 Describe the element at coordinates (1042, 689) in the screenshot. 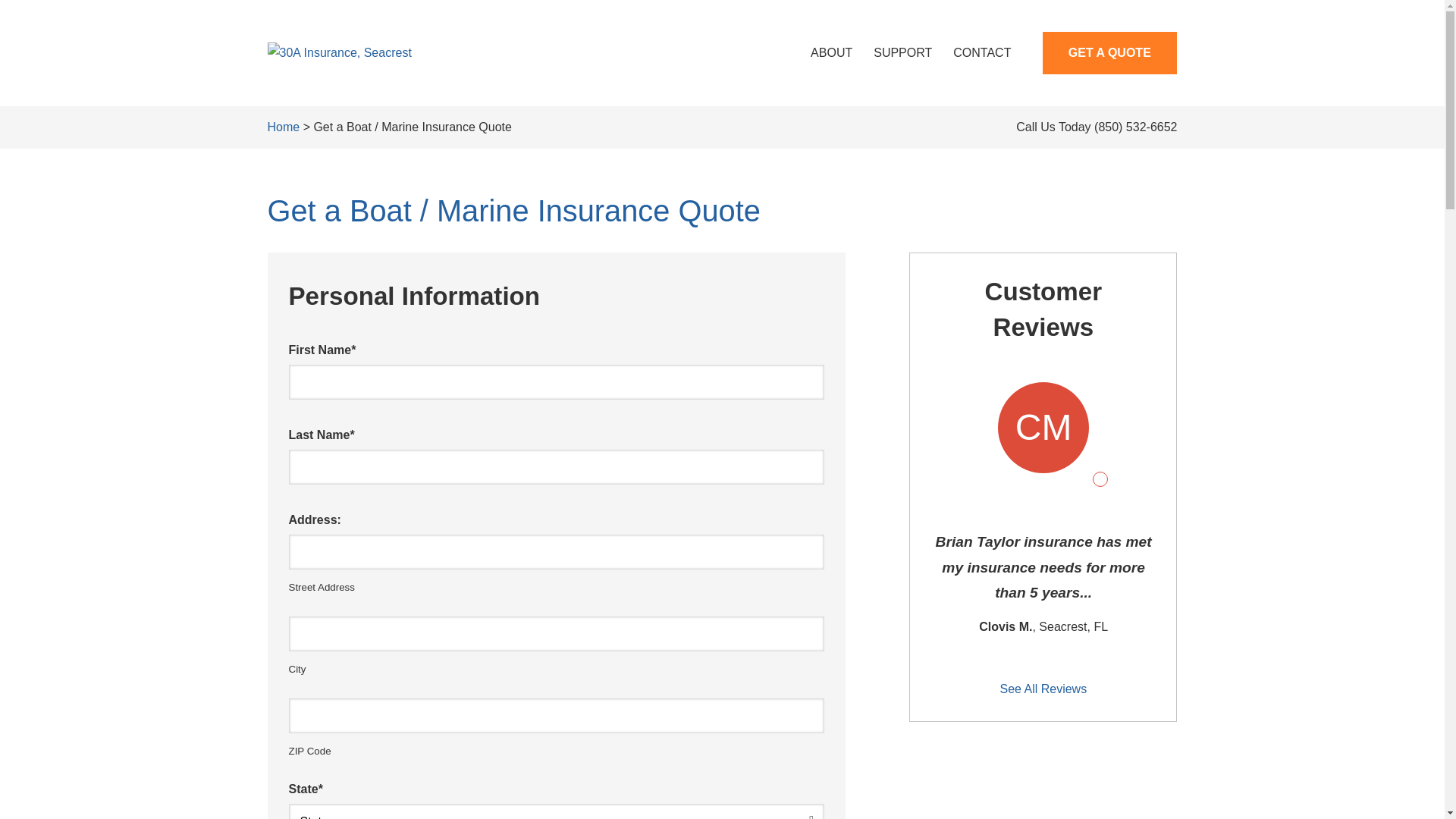

I see `'See All Reviews'` at that location.